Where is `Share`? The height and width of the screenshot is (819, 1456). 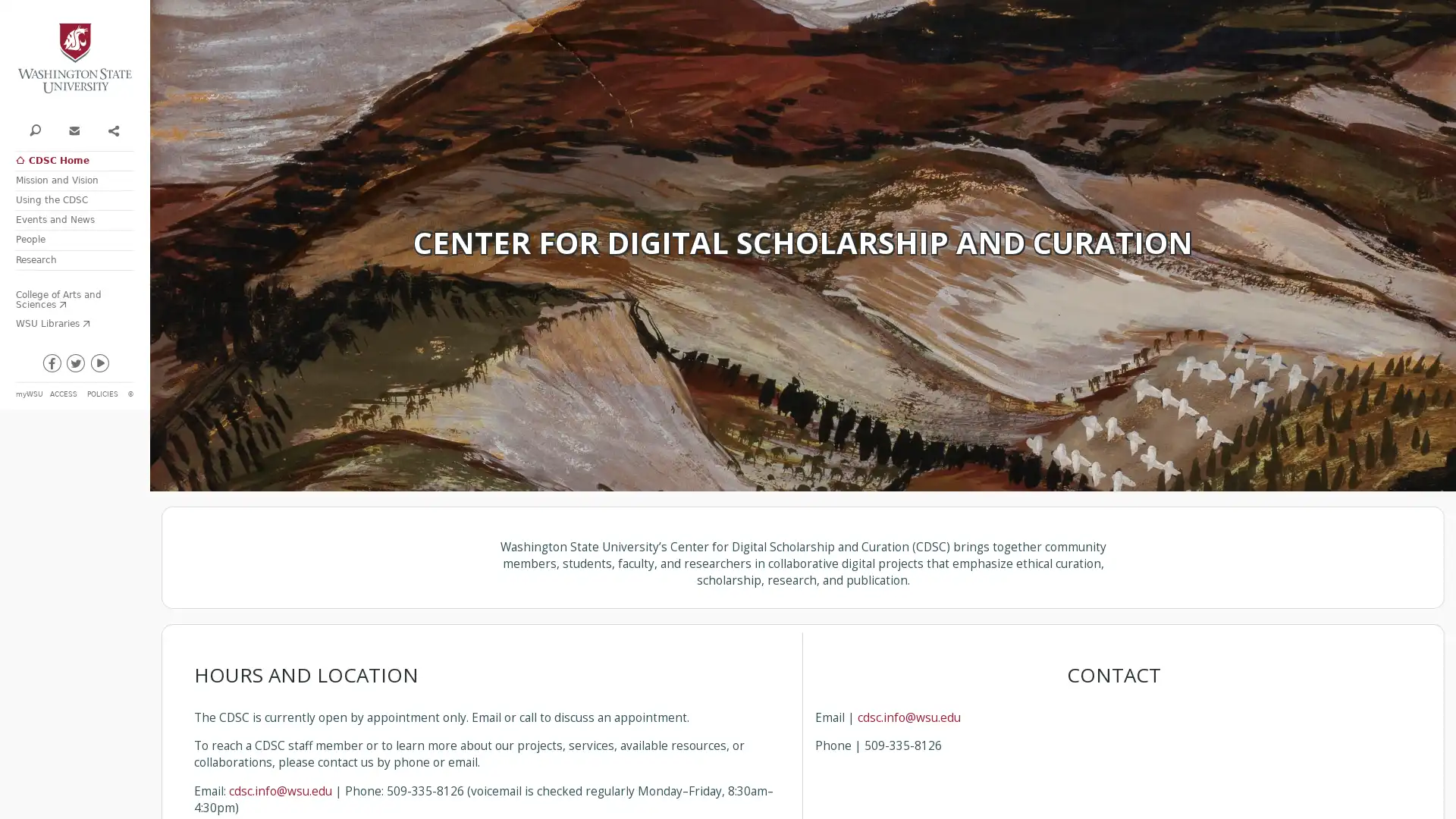 Share is located at coordinates (111, 128).